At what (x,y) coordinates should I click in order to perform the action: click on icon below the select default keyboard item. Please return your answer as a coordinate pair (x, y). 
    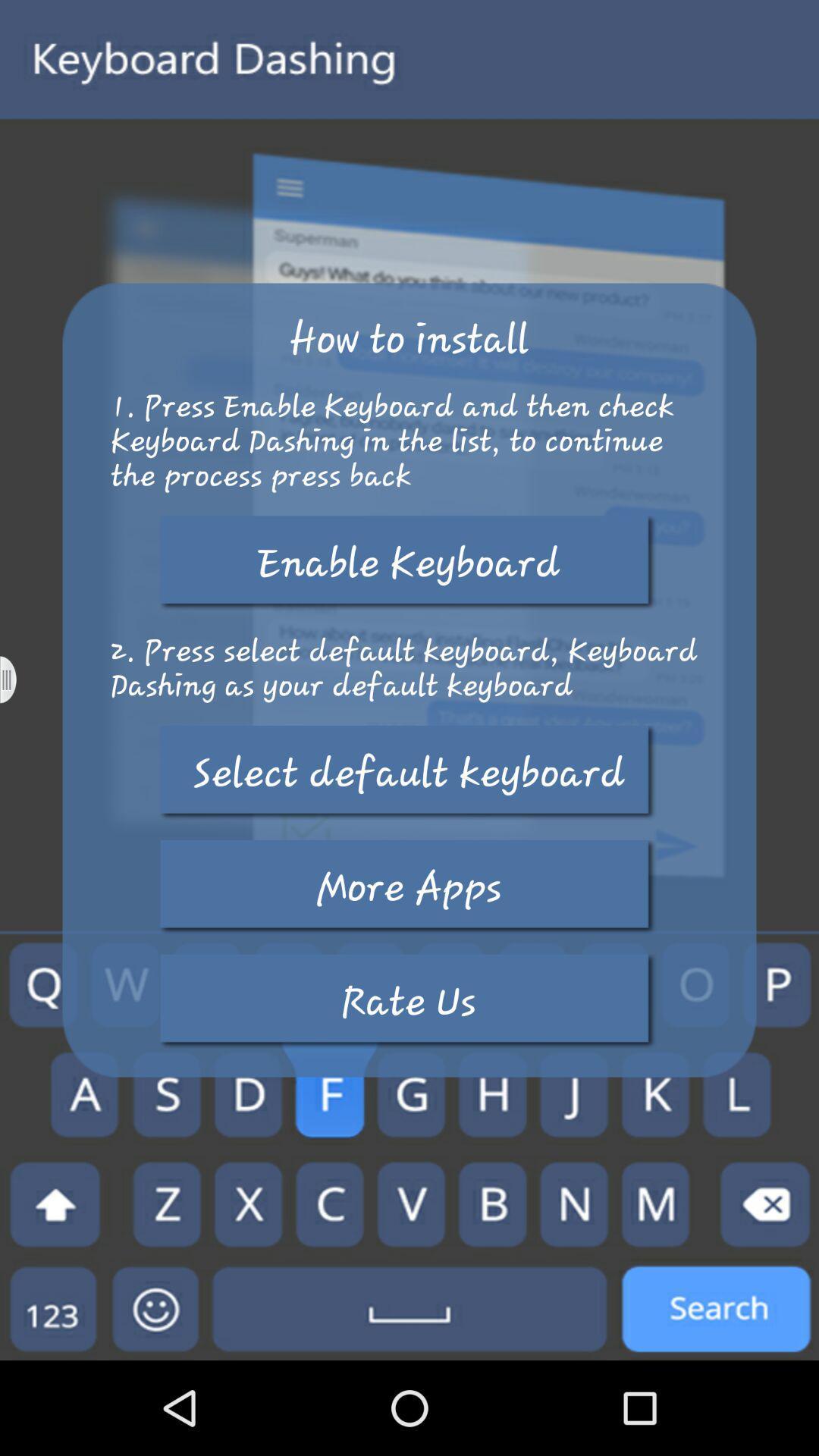
    Looking at the image, I should click on (408, 887).